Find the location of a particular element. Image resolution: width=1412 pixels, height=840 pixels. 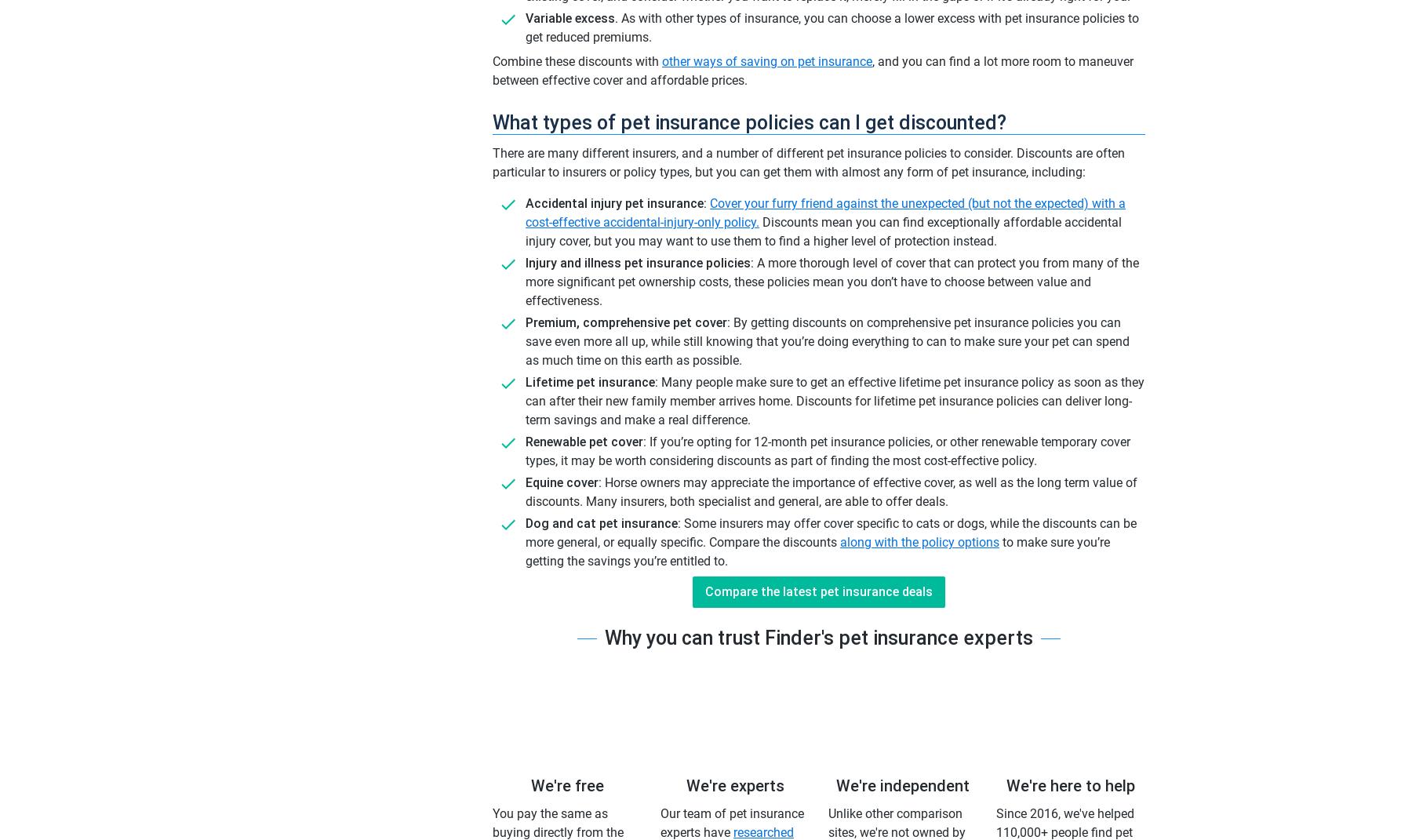

'Lifetime pet insurance:' is located at coordinates (591, 381).